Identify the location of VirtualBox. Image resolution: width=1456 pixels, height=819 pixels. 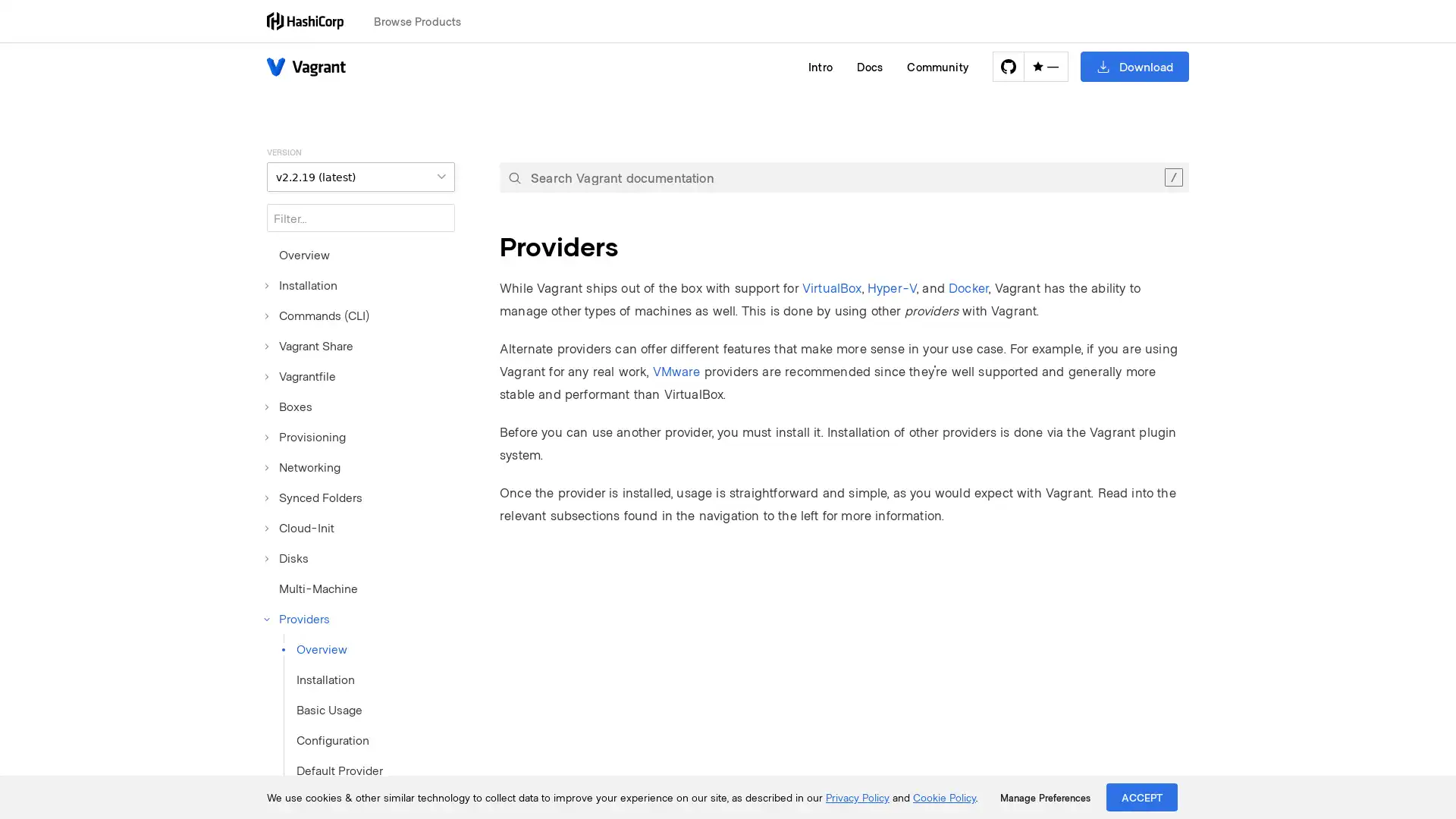
(315, 800).